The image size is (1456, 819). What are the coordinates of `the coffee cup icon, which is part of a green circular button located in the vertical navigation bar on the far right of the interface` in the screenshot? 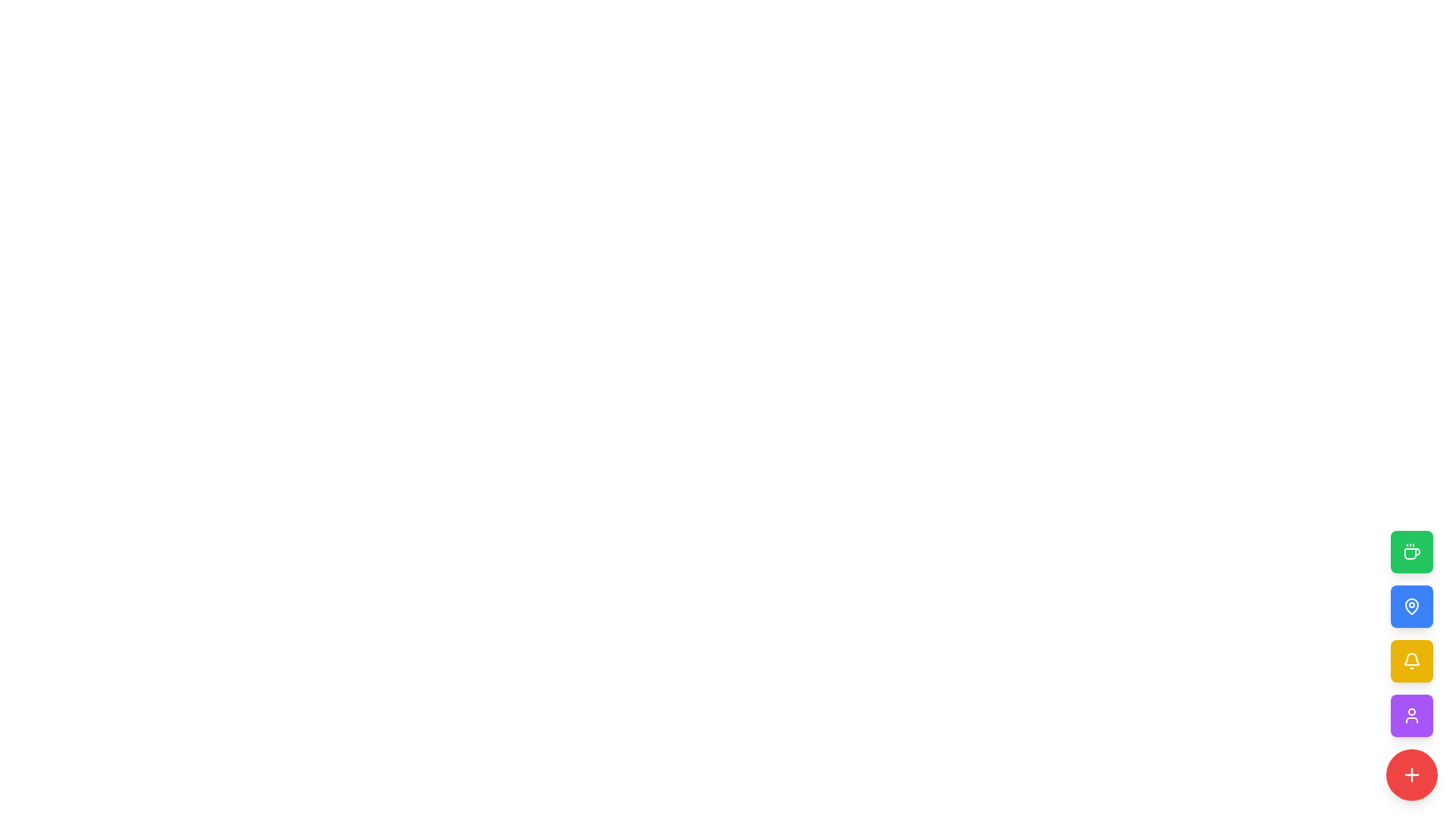 It's located at (1411, 554).